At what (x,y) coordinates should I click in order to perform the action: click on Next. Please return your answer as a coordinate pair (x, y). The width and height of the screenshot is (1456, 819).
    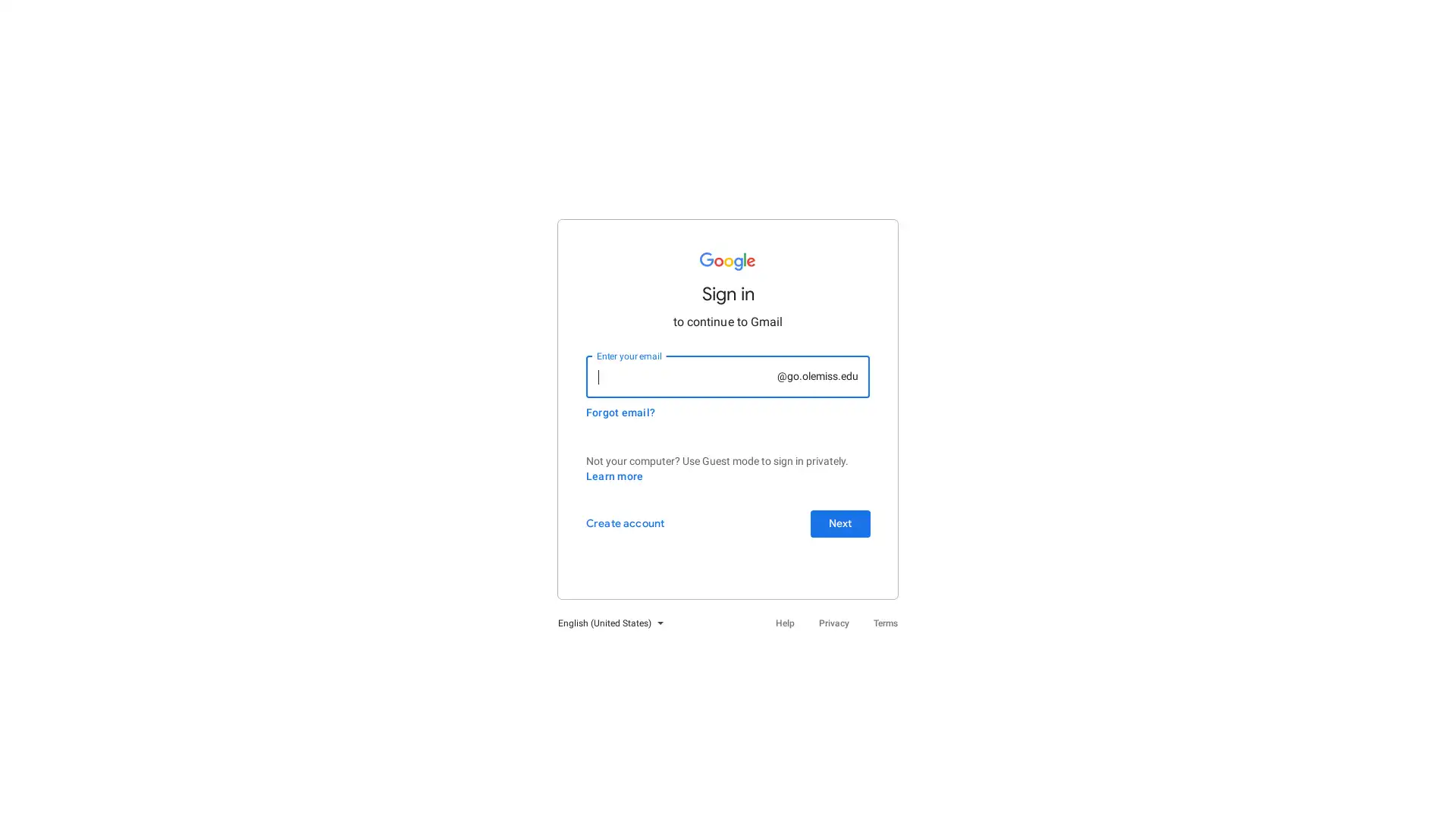
    Looking at the image, I should click on (836, 526).